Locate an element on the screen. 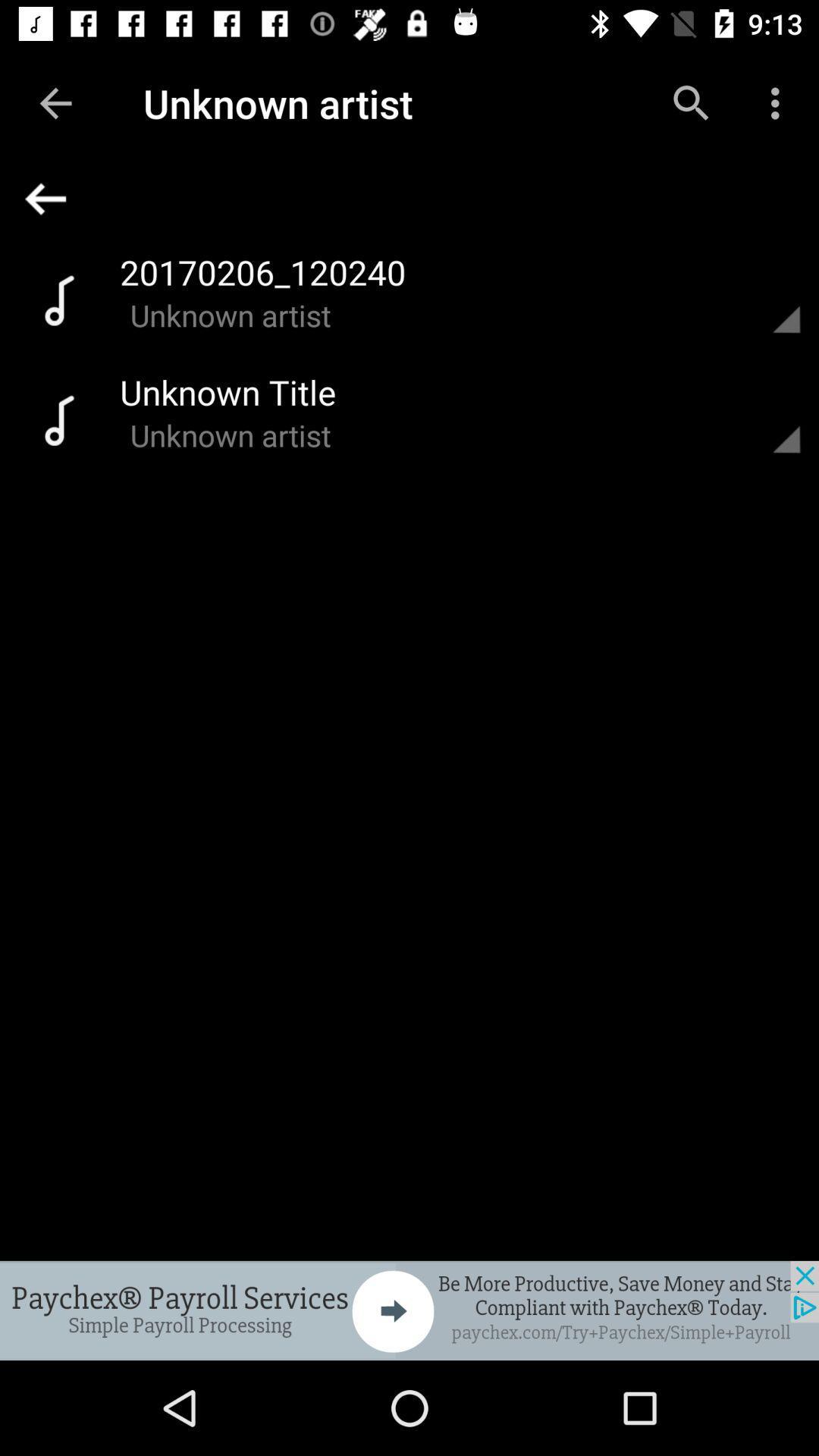  open for details is located at coordinates (768, 299).